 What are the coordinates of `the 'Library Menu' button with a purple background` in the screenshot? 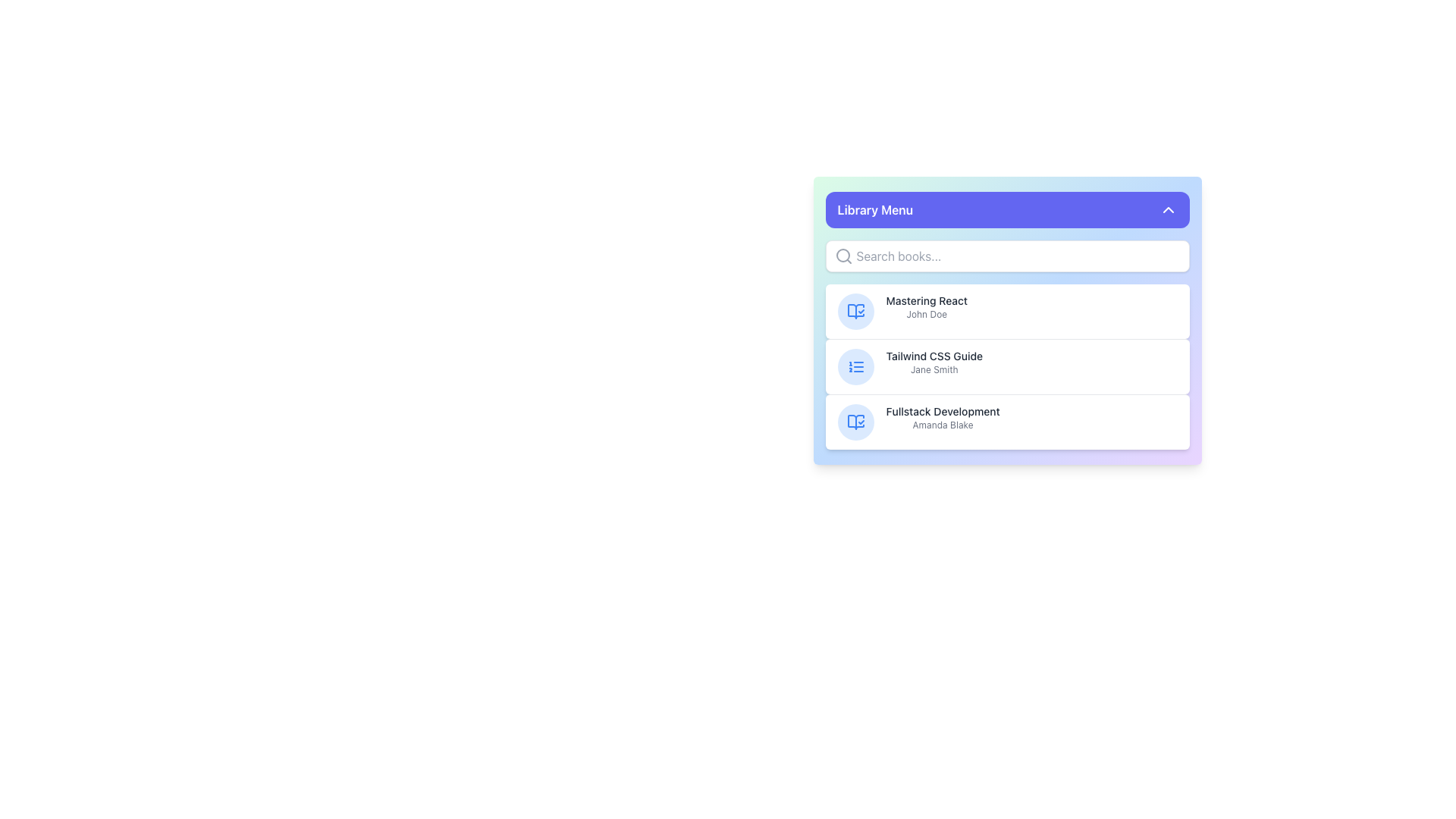 It's located at (1007, 210).